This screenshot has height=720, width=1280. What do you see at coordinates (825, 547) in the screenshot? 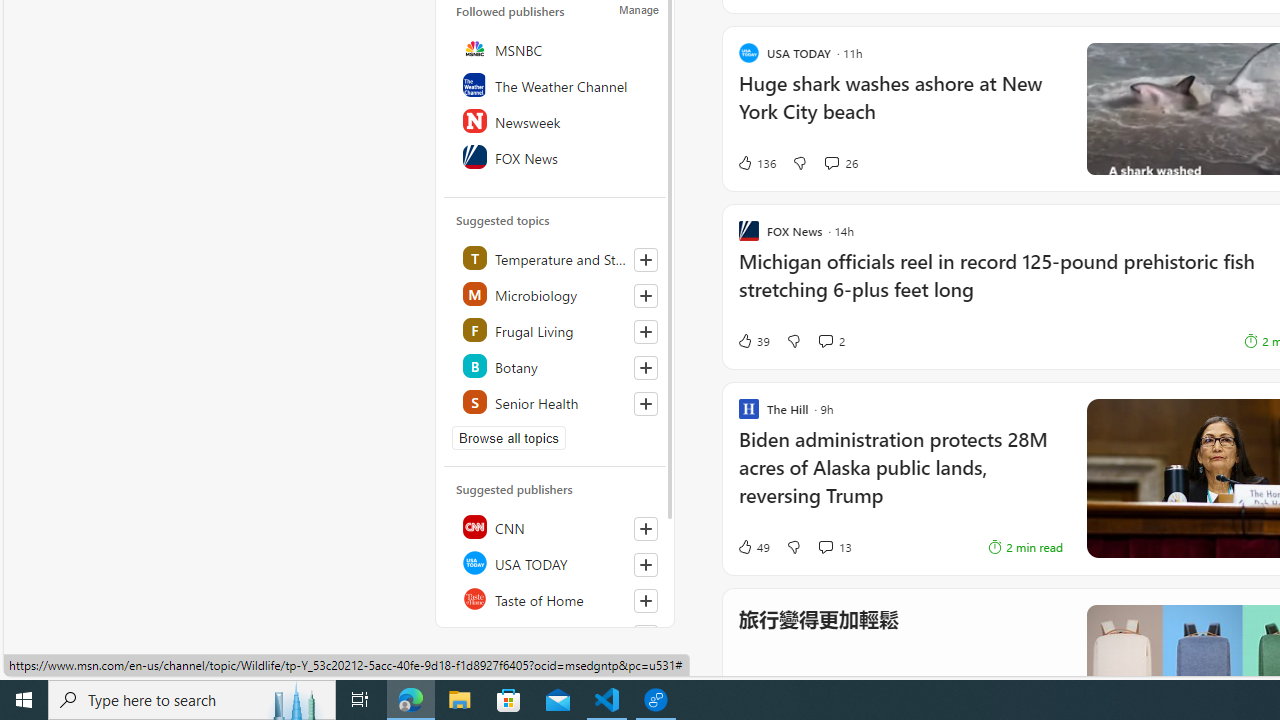
I see `'View comments 13 Comment'` at bounding box center [825, 547].